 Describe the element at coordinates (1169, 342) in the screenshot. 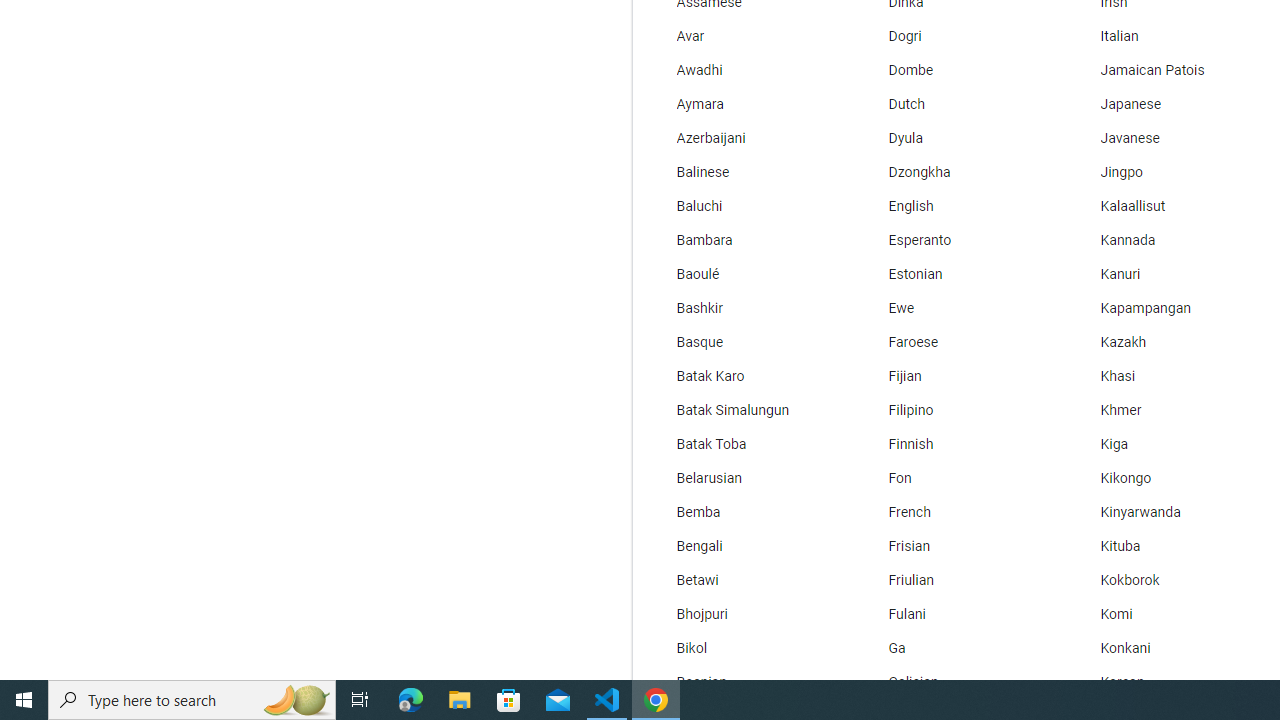

I see `'Kazakh'` at that location.